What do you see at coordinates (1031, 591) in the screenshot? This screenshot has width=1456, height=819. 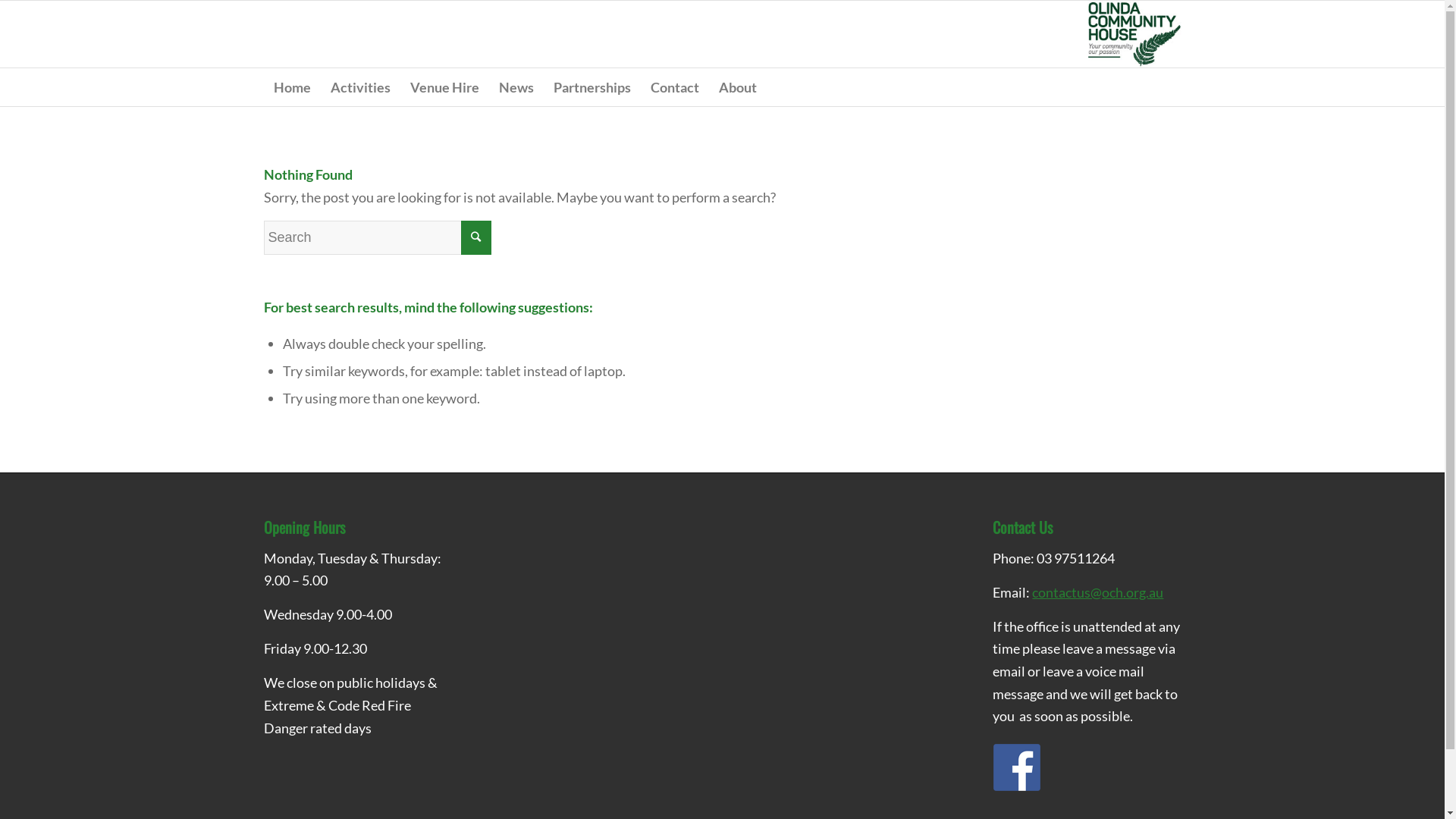 I see `'contactus@och.org.au'` at bounding box center [1031, 591].